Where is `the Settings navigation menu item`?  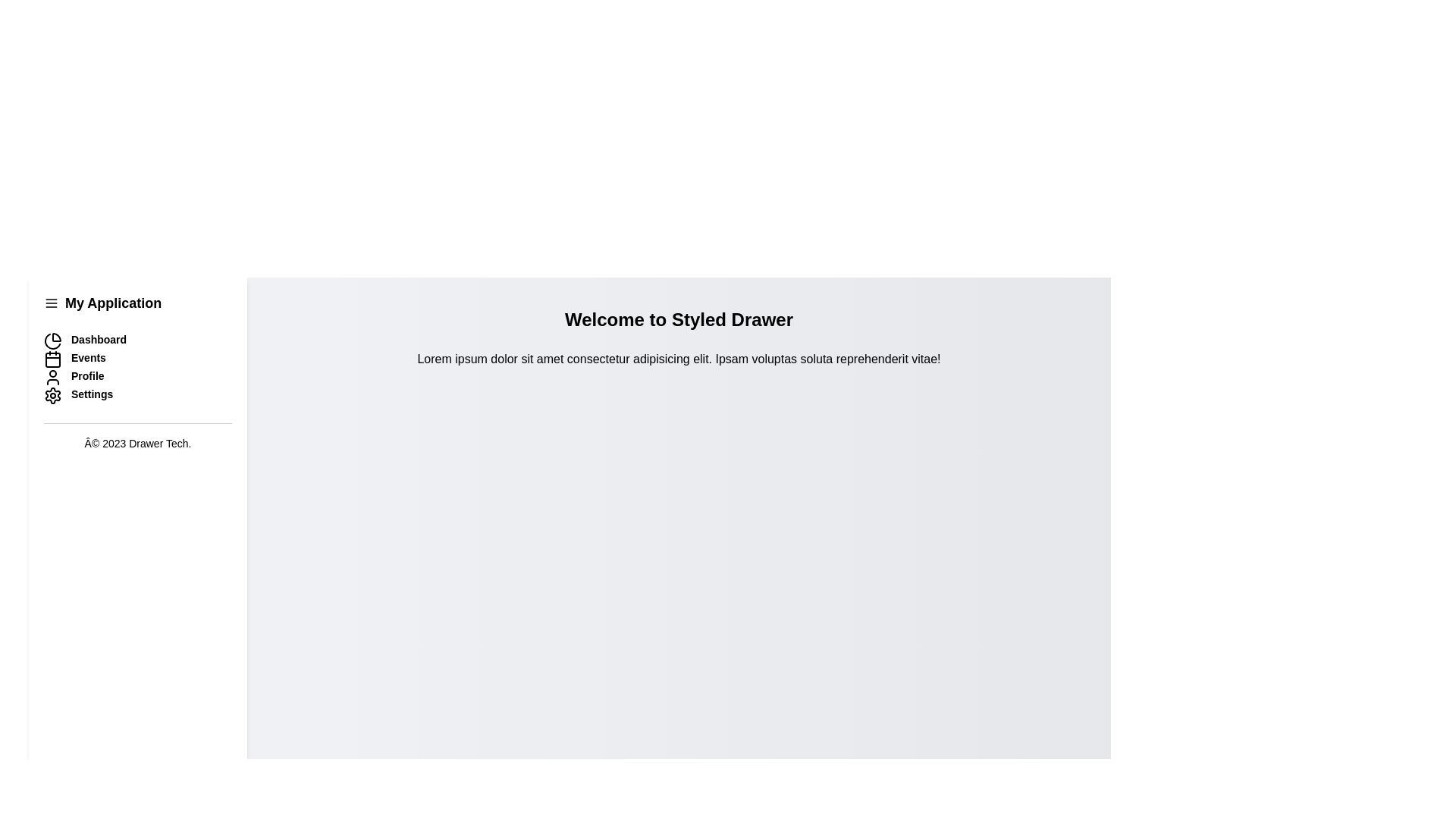
the Settings navigation menu item is located at coordinates (138, 394).